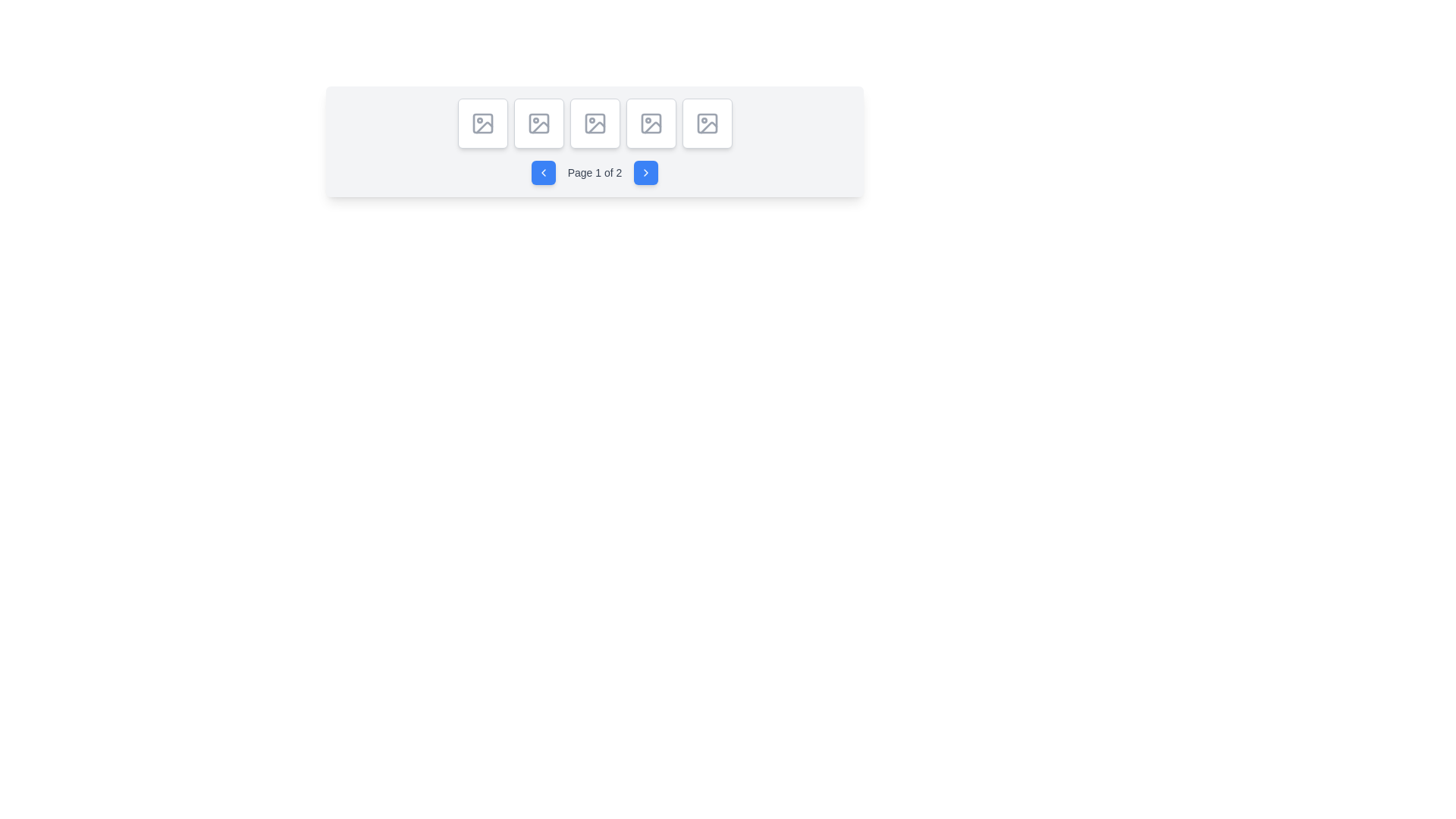 The image size is (1456, 819). I want to click on the blue button with rounded corners that has a white right-pointing chevron icon in the center, so click(646, 171).